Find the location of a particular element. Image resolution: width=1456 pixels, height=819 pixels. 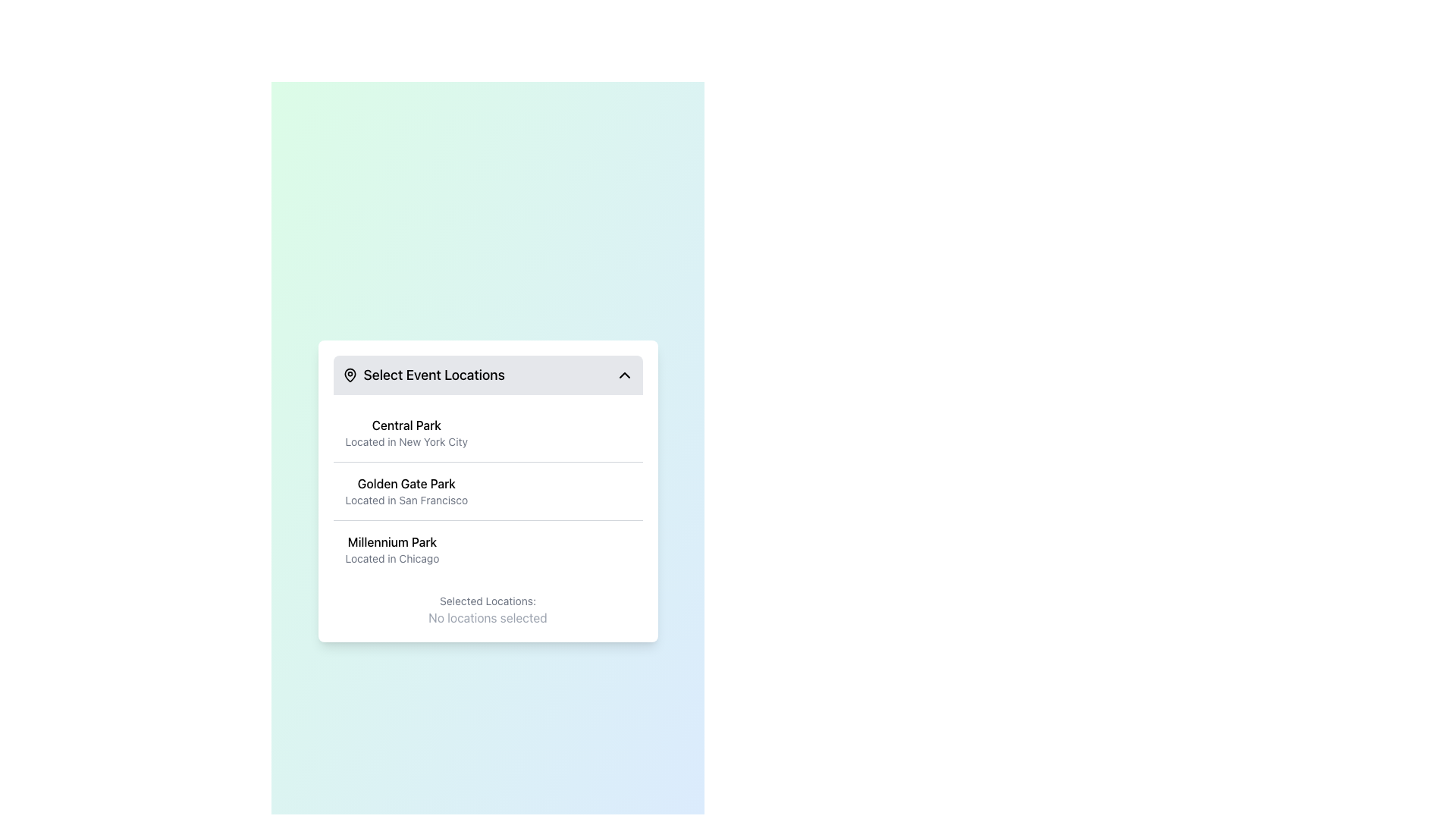

the Text label that serves as the title of the second event location in the list, positioned above 'Located in San Francisco' and below the horizontal line separating it from 'Central Park' is located at coordinates (406, 483).